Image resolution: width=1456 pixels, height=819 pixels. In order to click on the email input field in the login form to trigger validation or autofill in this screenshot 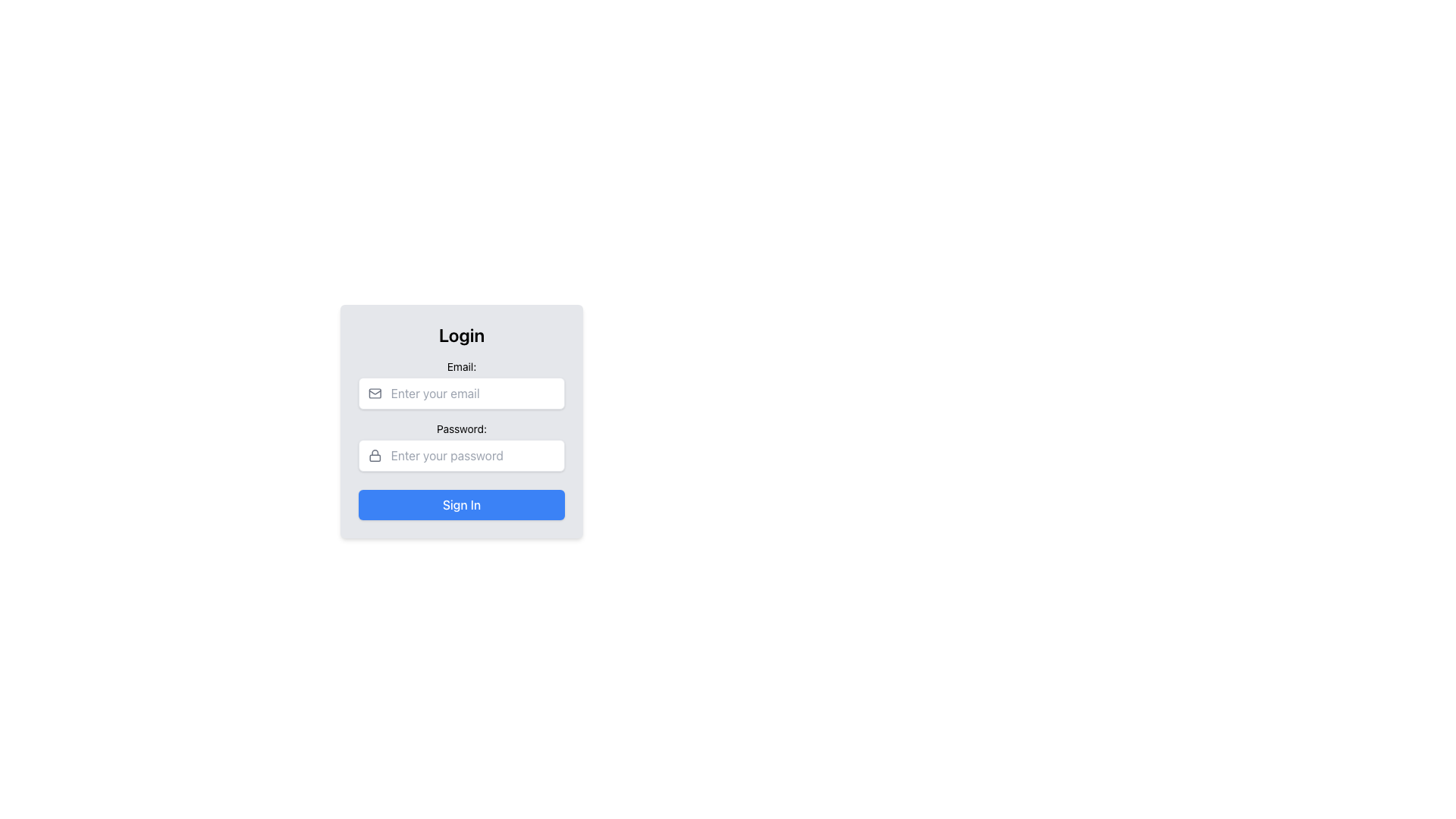, I will do `click(461, 383)`.